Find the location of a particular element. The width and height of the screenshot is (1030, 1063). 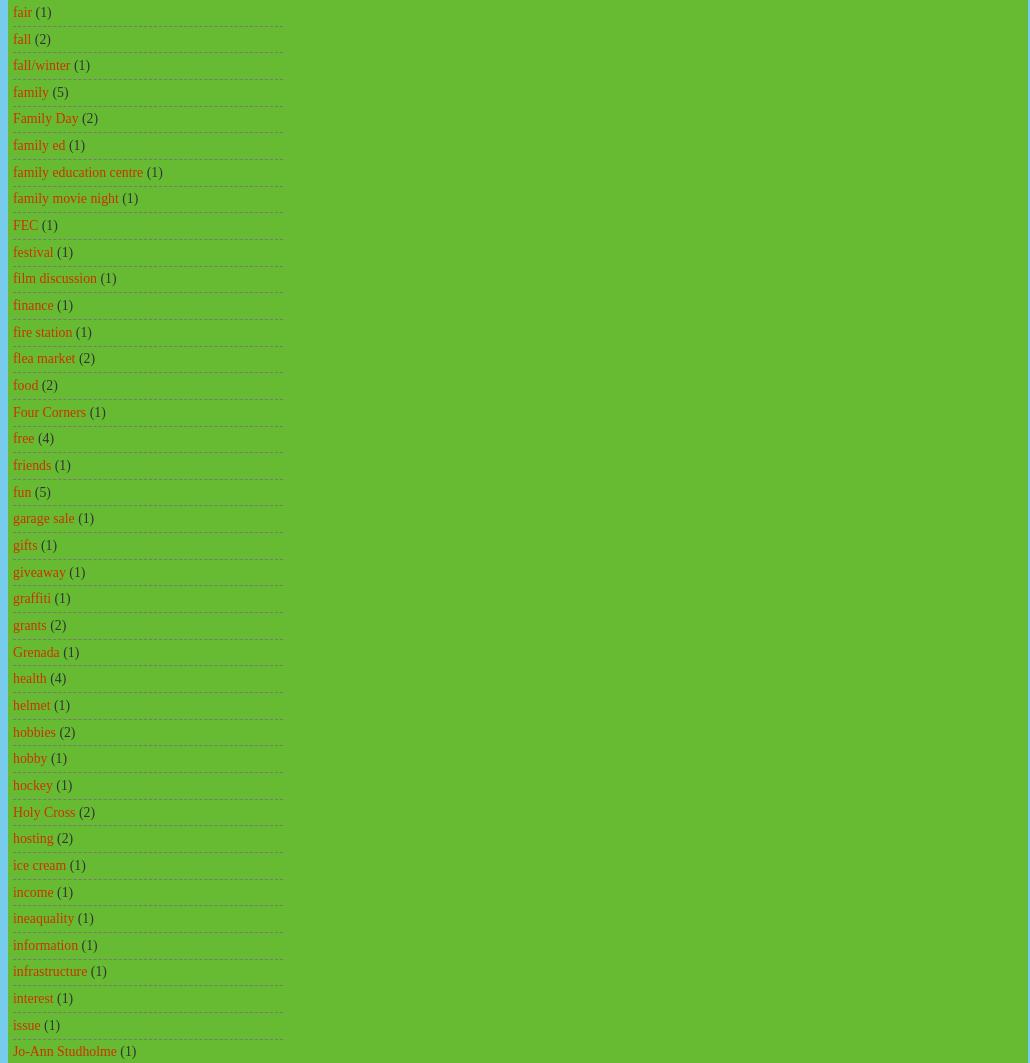

'giveaway' is located at coordinates (39, 570).